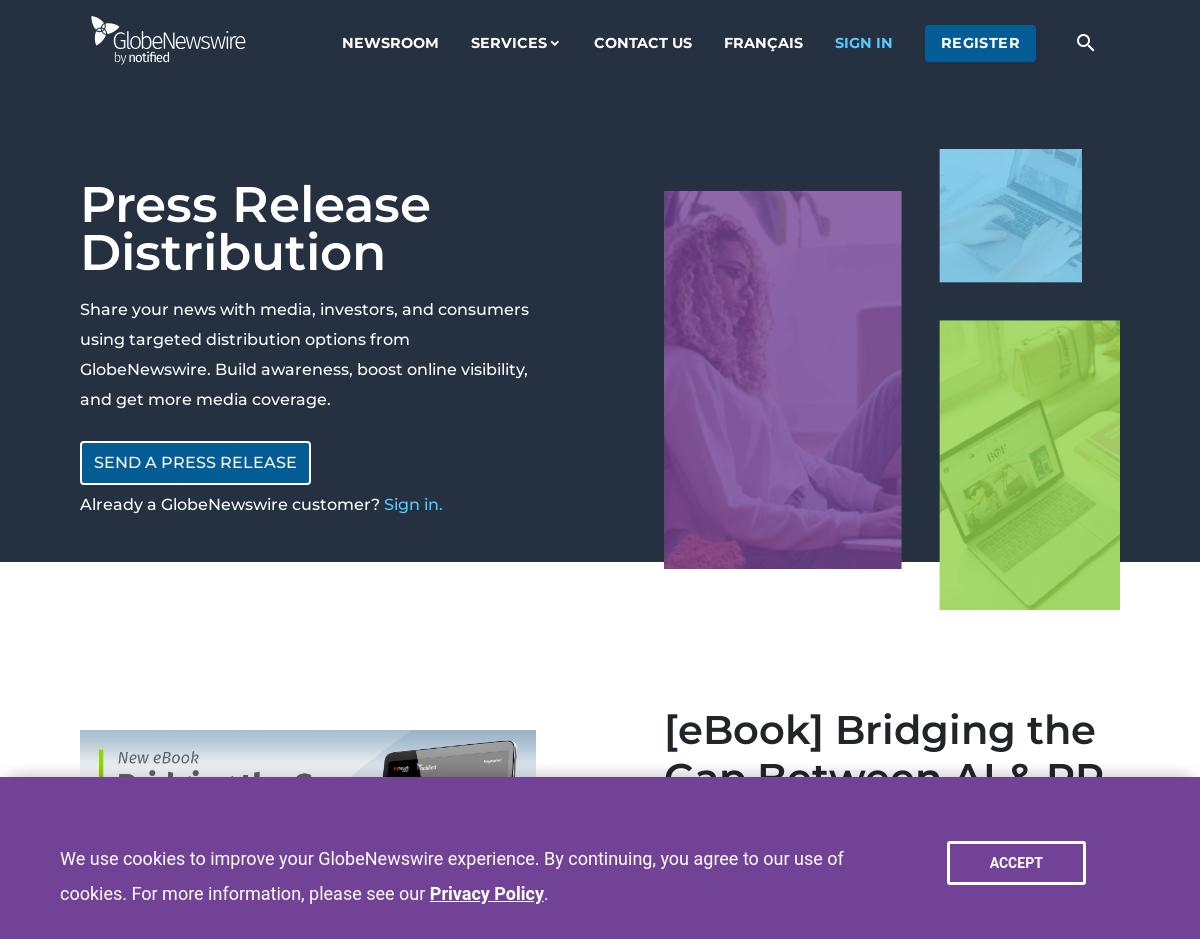 This screenshot has width=1200, height=939. I want to click on 'Already a GlobeNewswire customer?', so click(80, 503).